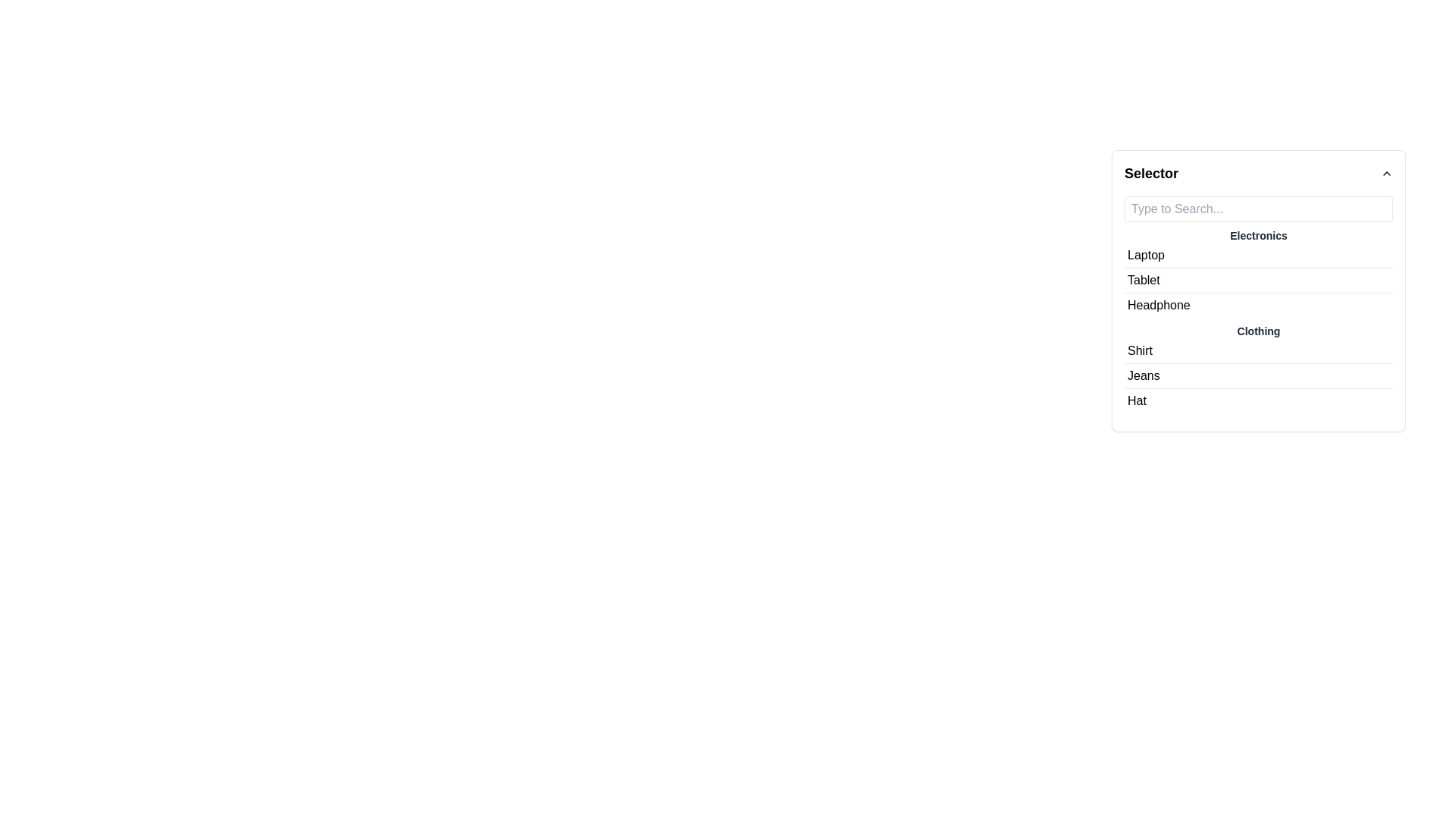 The image size is (1456, 819). I want to click on the second item in the dropdown list under 'Electronics', so click(1259, 281).